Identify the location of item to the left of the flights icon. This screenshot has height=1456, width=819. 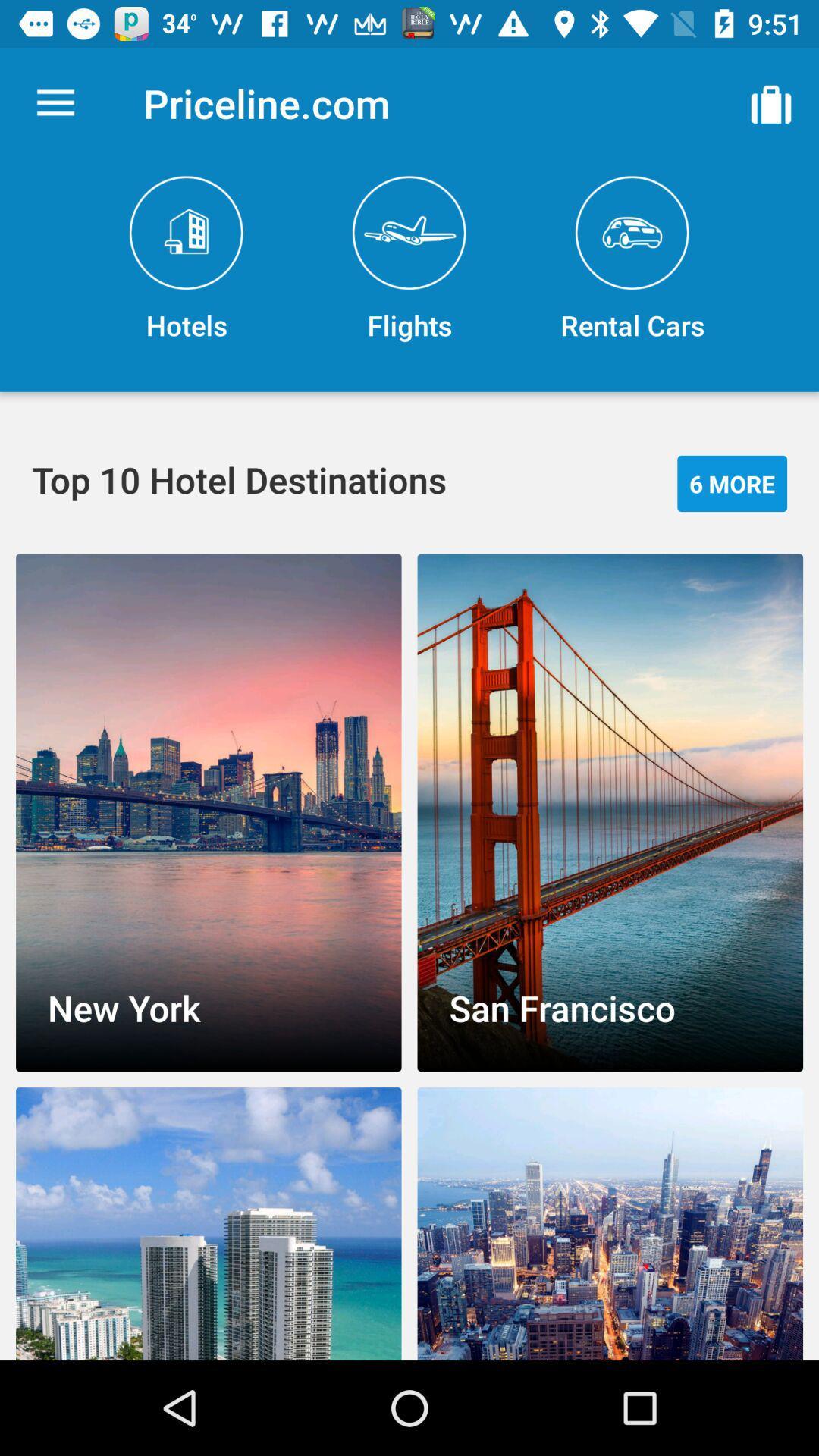
(186, 259).